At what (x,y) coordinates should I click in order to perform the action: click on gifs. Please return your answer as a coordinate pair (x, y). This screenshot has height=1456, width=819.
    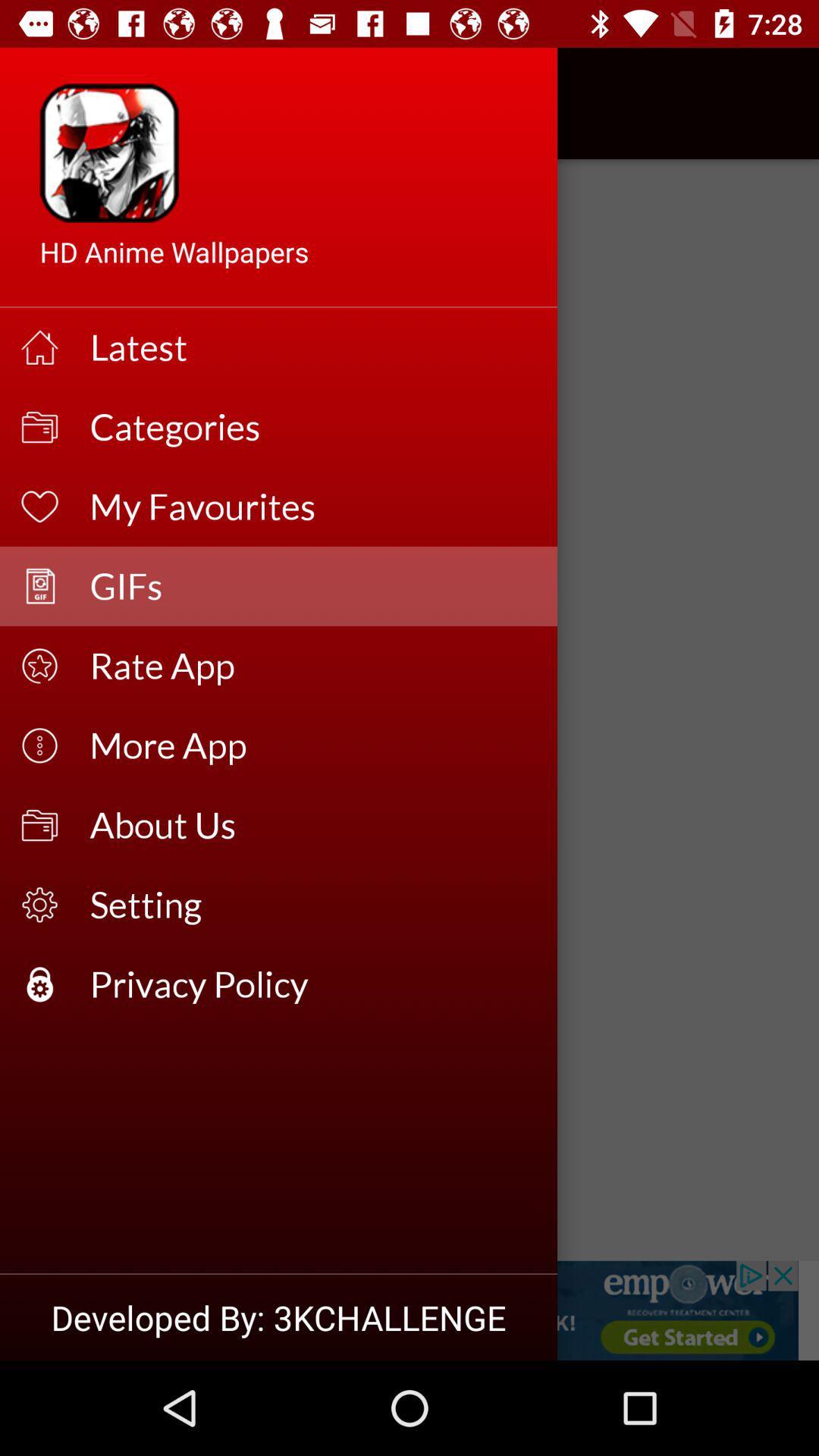
    Looking at the image, I should click on (409, 1310).